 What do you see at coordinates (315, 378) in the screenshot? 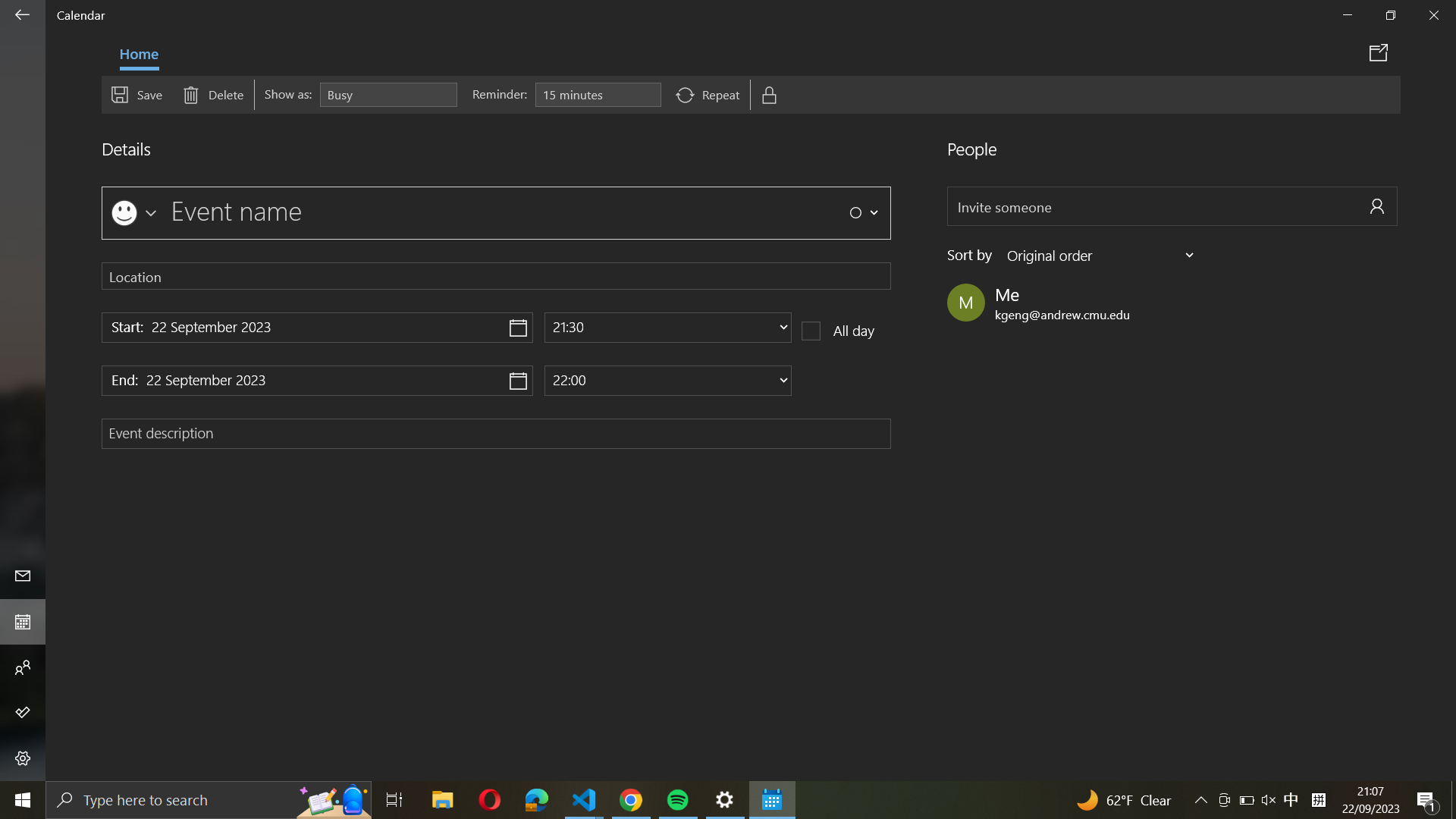
I see `the ending date for the event` at bounding box center [315, 378].